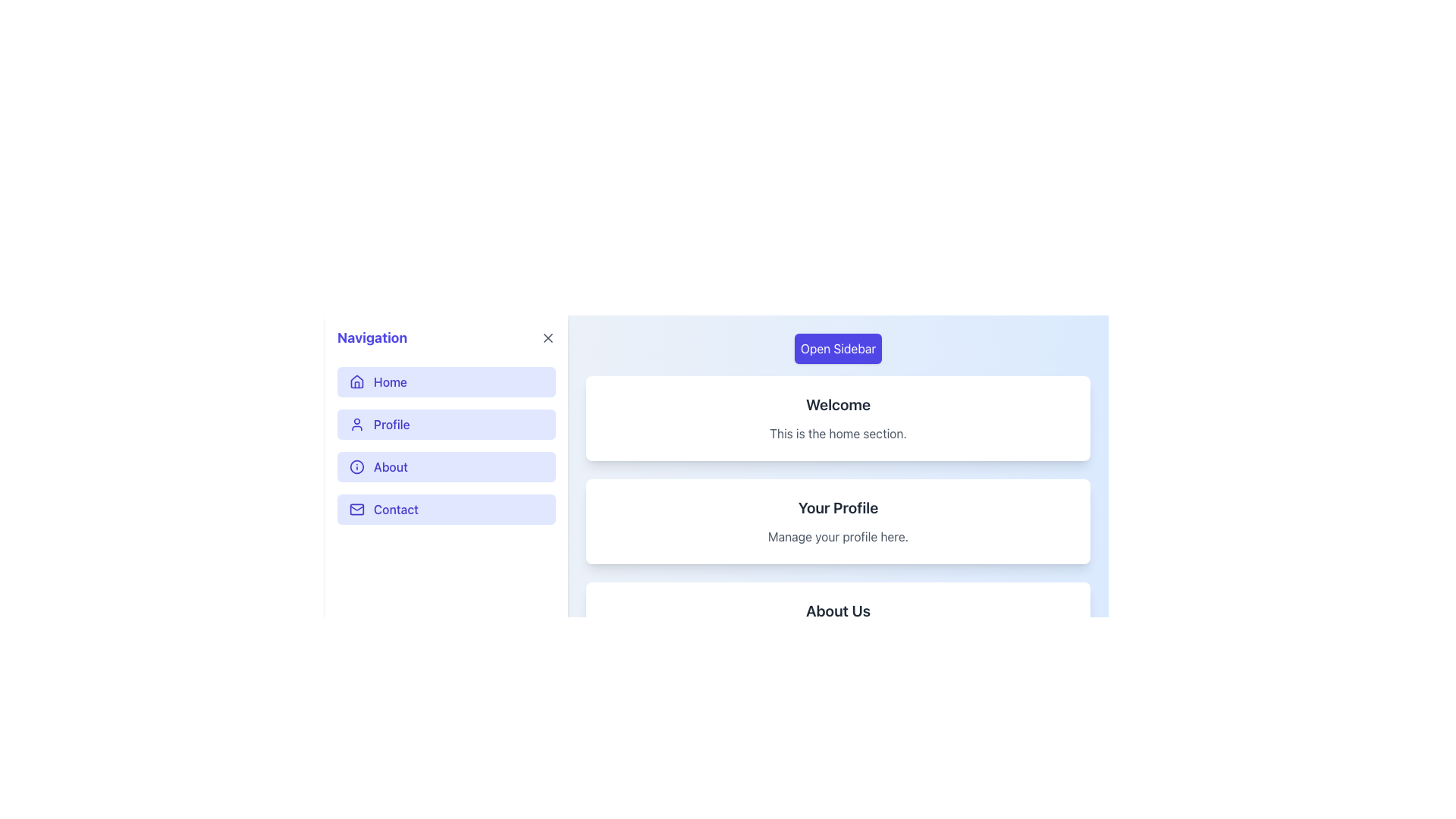 Image resolution: width=1456 pixels, height=819 pixels. What do you see at coordinates (356, 466) in the screenshot?
I see `the 'About' icon in the navigation menu, which serves as a visual aid next to the text label 'About'` at bounding box center [356, 466].